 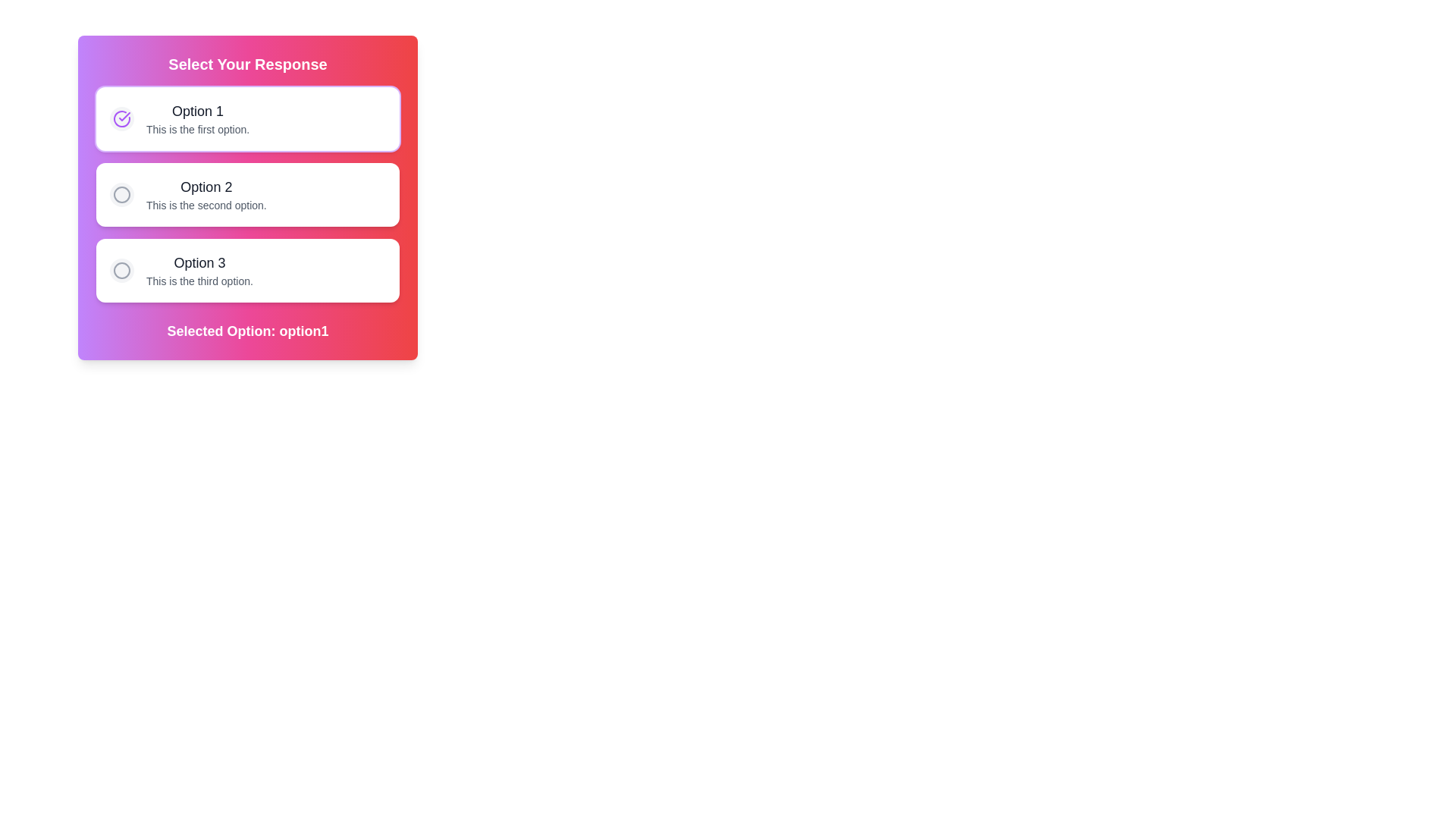 What do you see at coordinates (122, 194) in the screenshot?
I see `the second radio button` at bounding box center [122, 194].